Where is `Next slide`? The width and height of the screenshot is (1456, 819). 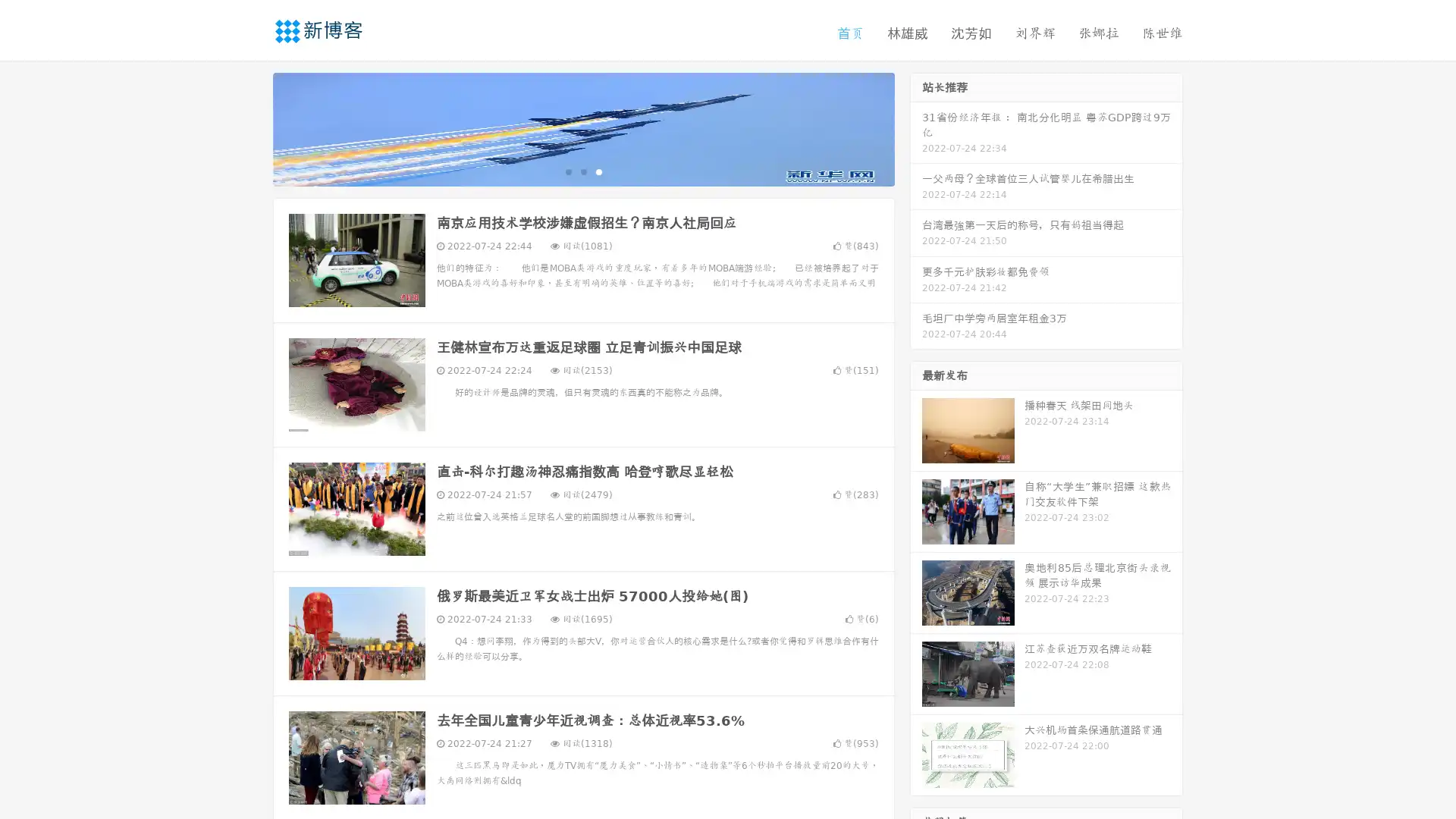 Next slide is located at coordinates (916, 127).